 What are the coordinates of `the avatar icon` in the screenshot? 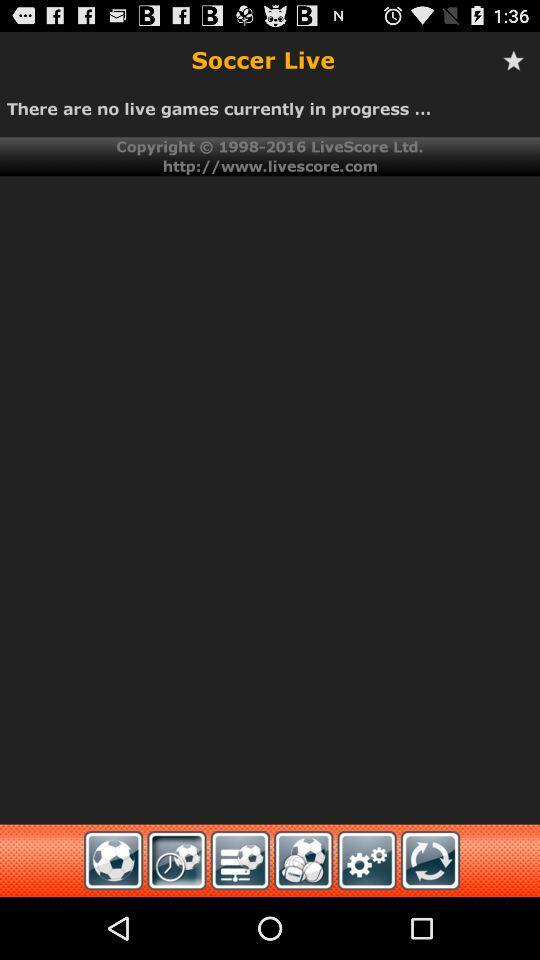 It's located at (302, 921).